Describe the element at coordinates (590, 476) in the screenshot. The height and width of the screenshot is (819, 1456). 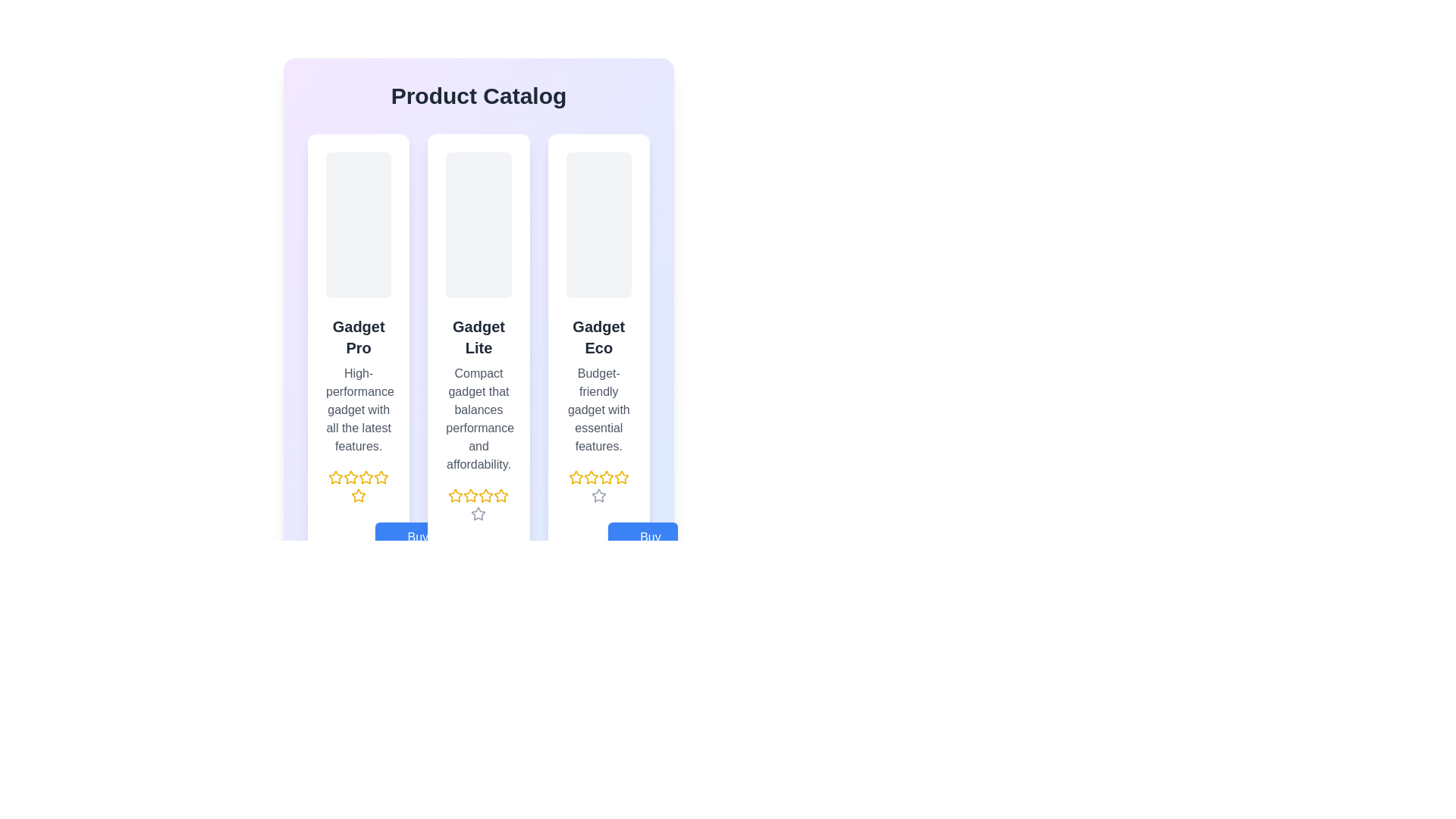
I see `the third star icon in the rating system below the 'Gadget Eco' product description to rate it` at that location.